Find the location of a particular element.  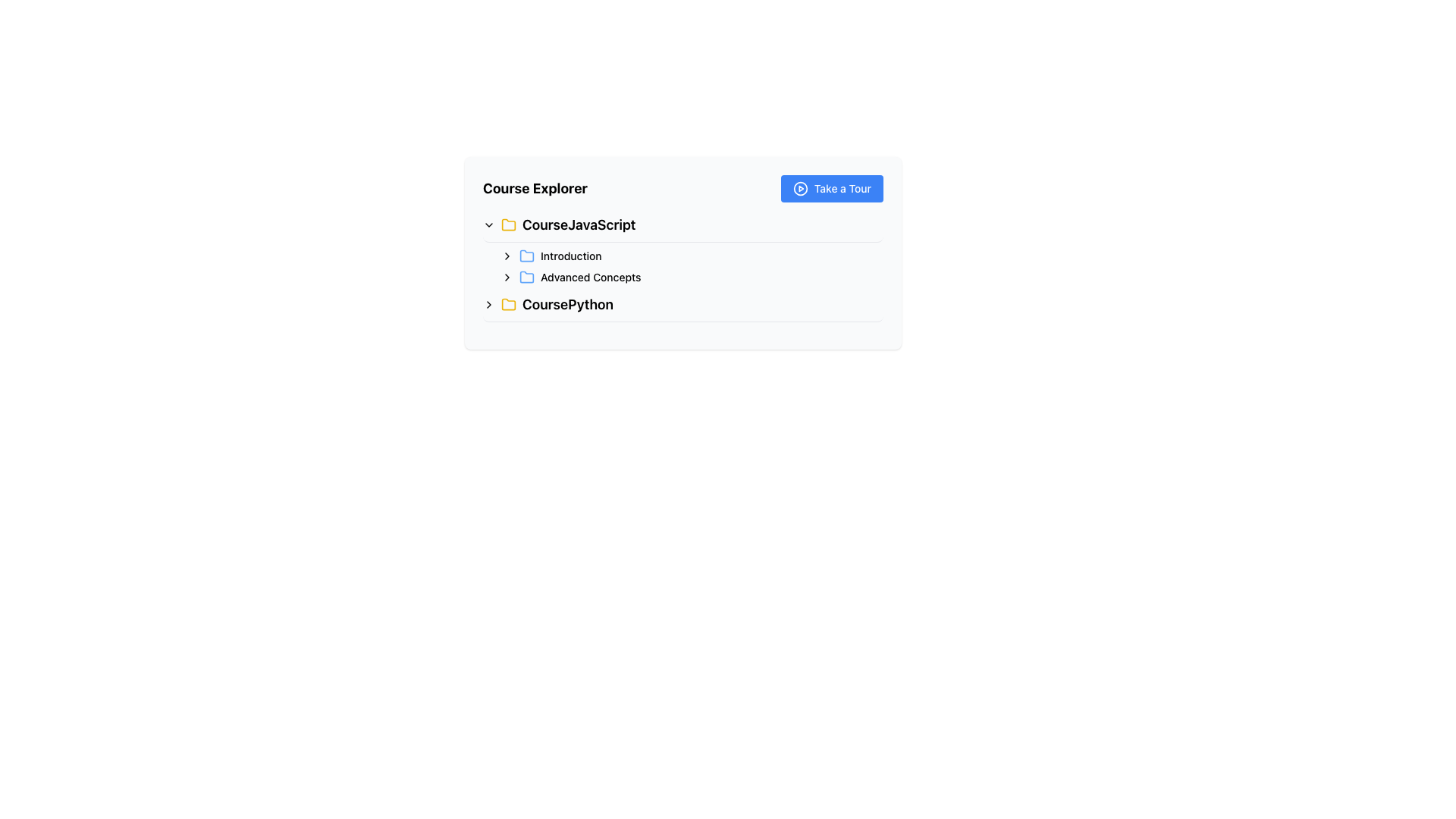

the Chevron button, which is a black right-facing chevron icon located to the left of the text 'Advanced Concepts' is located at coordinates (507, 278).